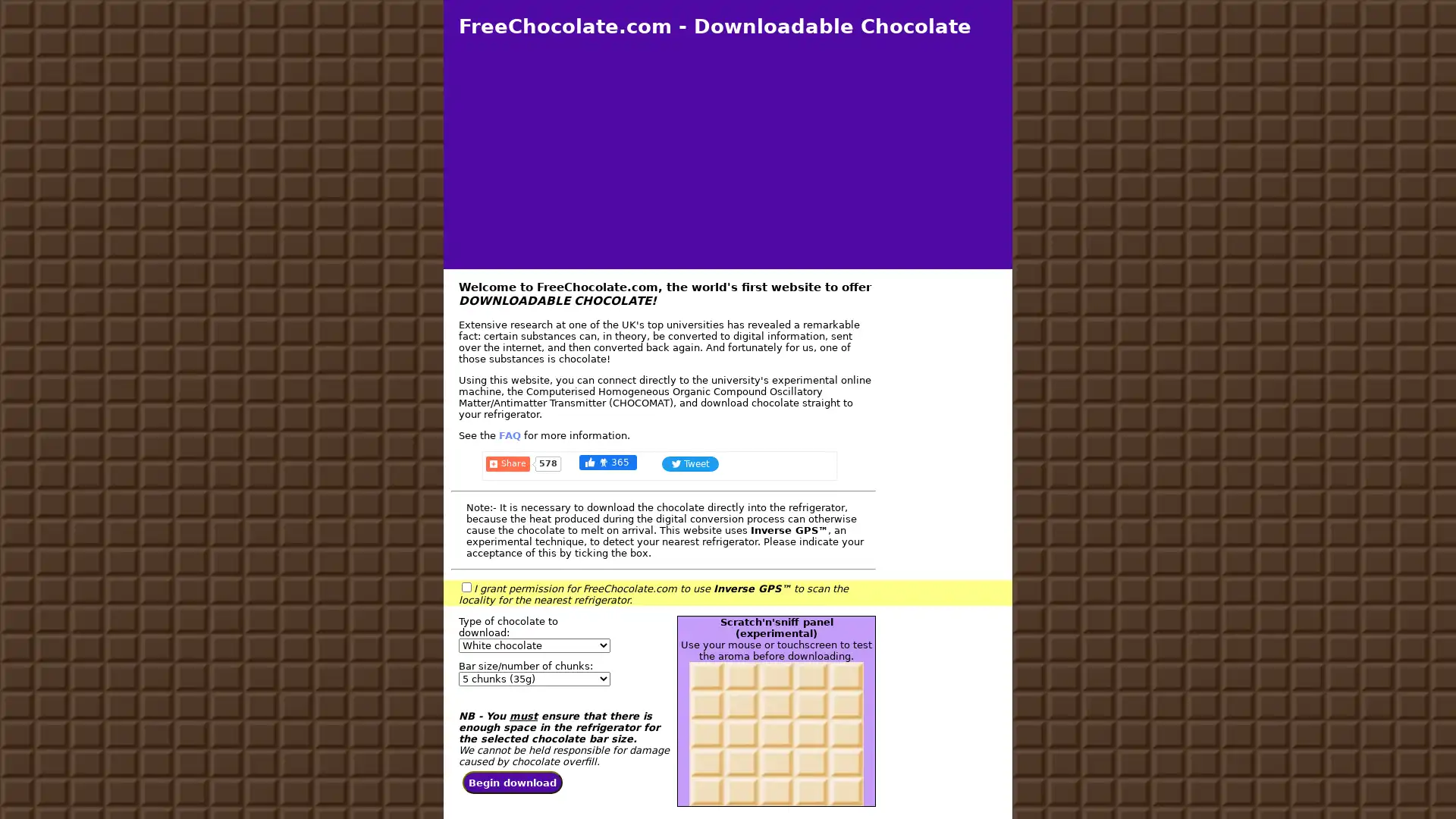 This screenshot has height=819, width=1456. Describe the element at coordinates (513, 783) in the screenshot. I see `Begin download` at that location.